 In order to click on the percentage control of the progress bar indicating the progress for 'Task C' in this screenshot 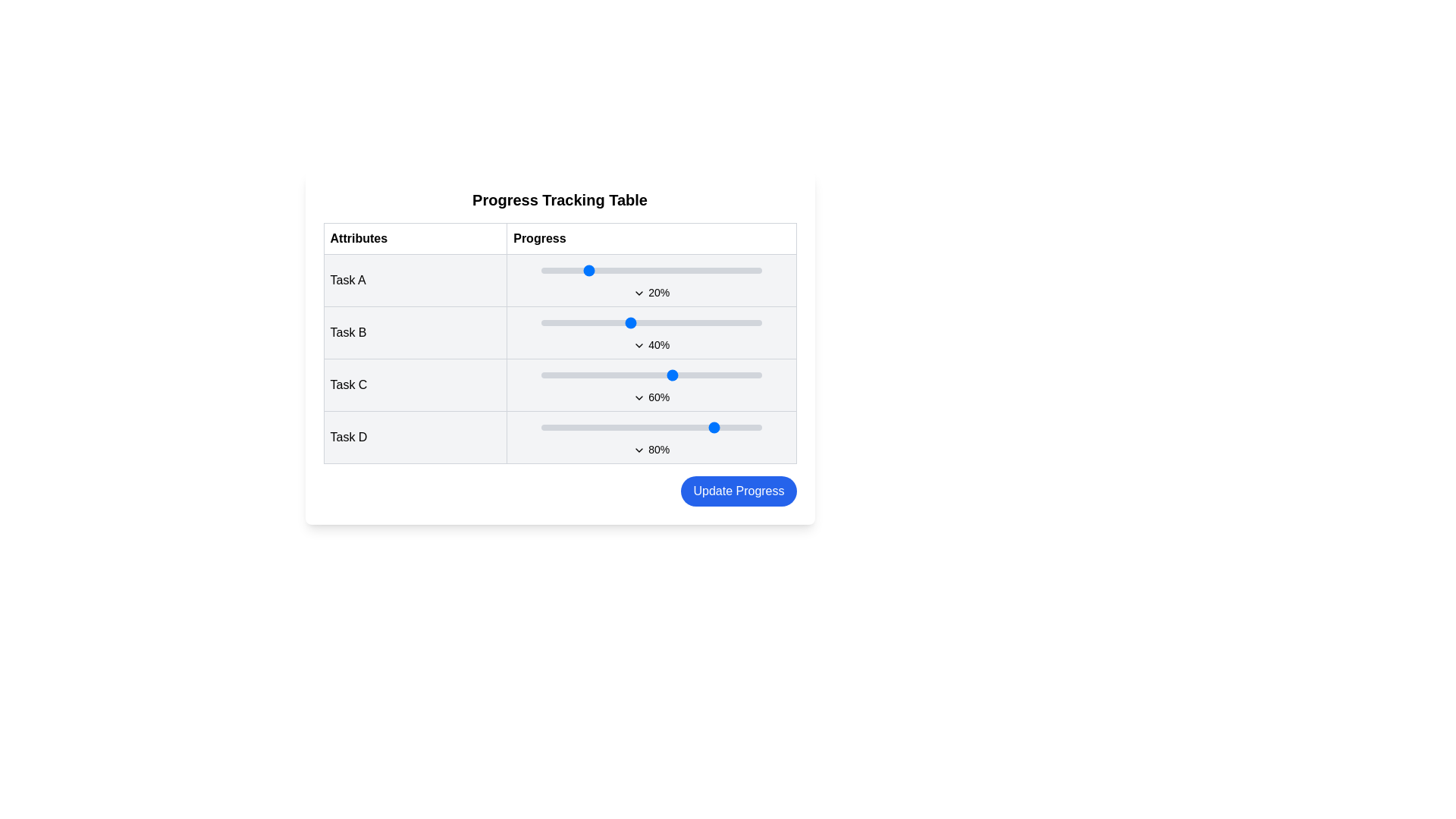, I will do `click(559, 384)`.